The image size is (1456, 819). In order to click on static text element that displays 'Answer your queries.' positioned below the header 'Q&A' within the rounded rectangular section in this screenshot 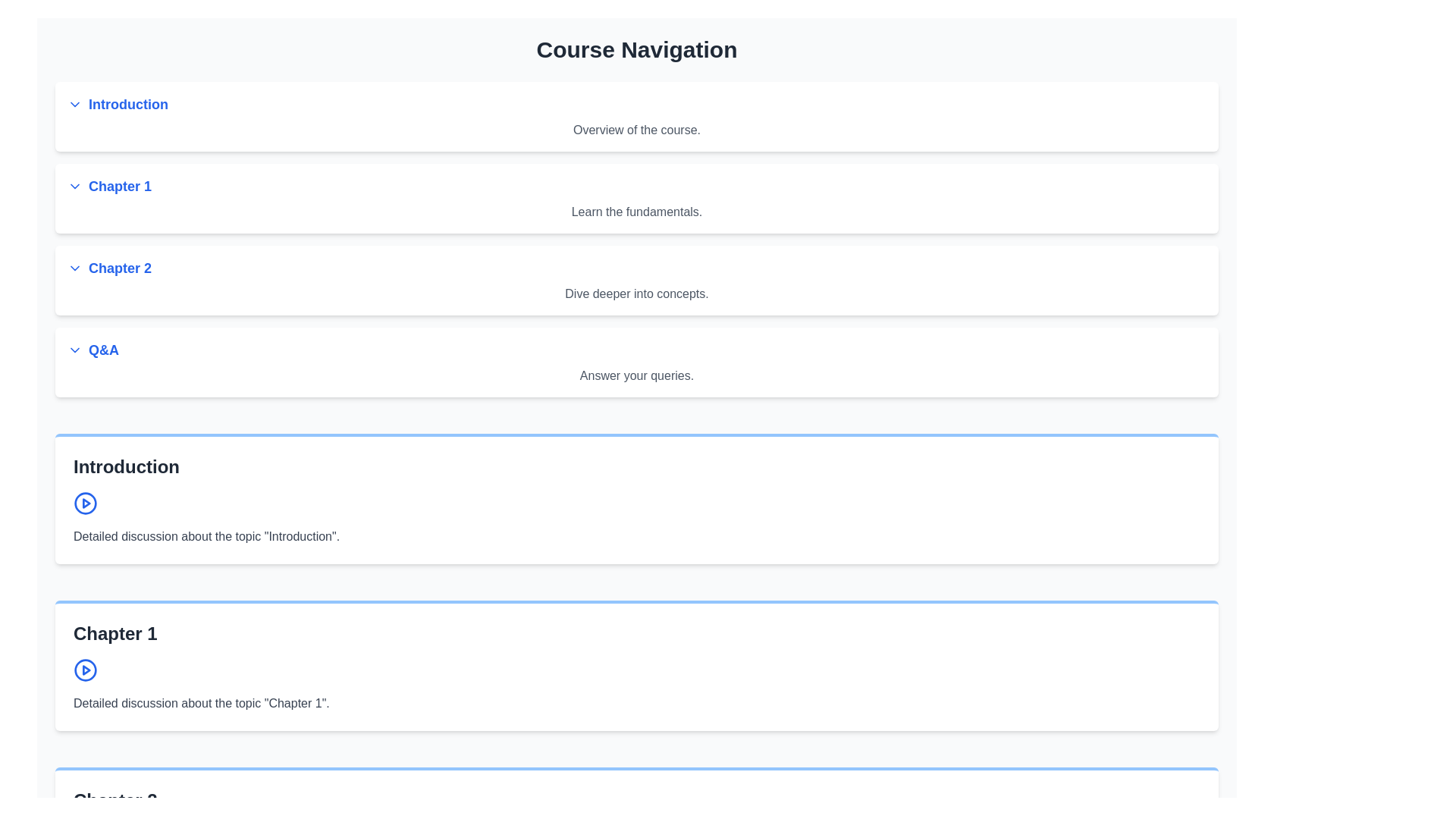, I will do `click(637, 375)`.